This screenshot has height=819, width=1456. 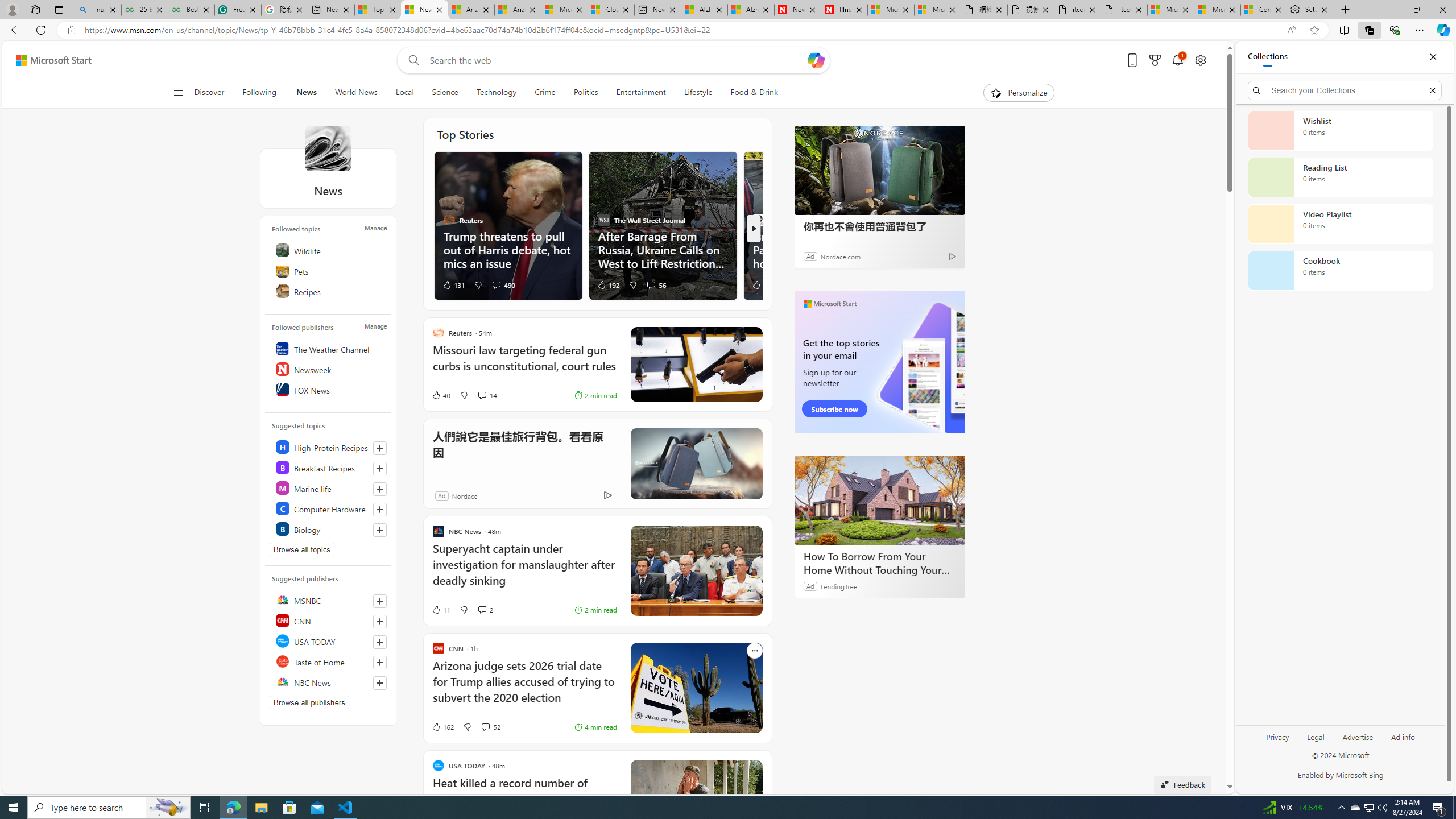 What do you see at coordinates (482, 394) in the screenshot?
I see `'View comments 14 Comment'` at bounding box center [482, 394].